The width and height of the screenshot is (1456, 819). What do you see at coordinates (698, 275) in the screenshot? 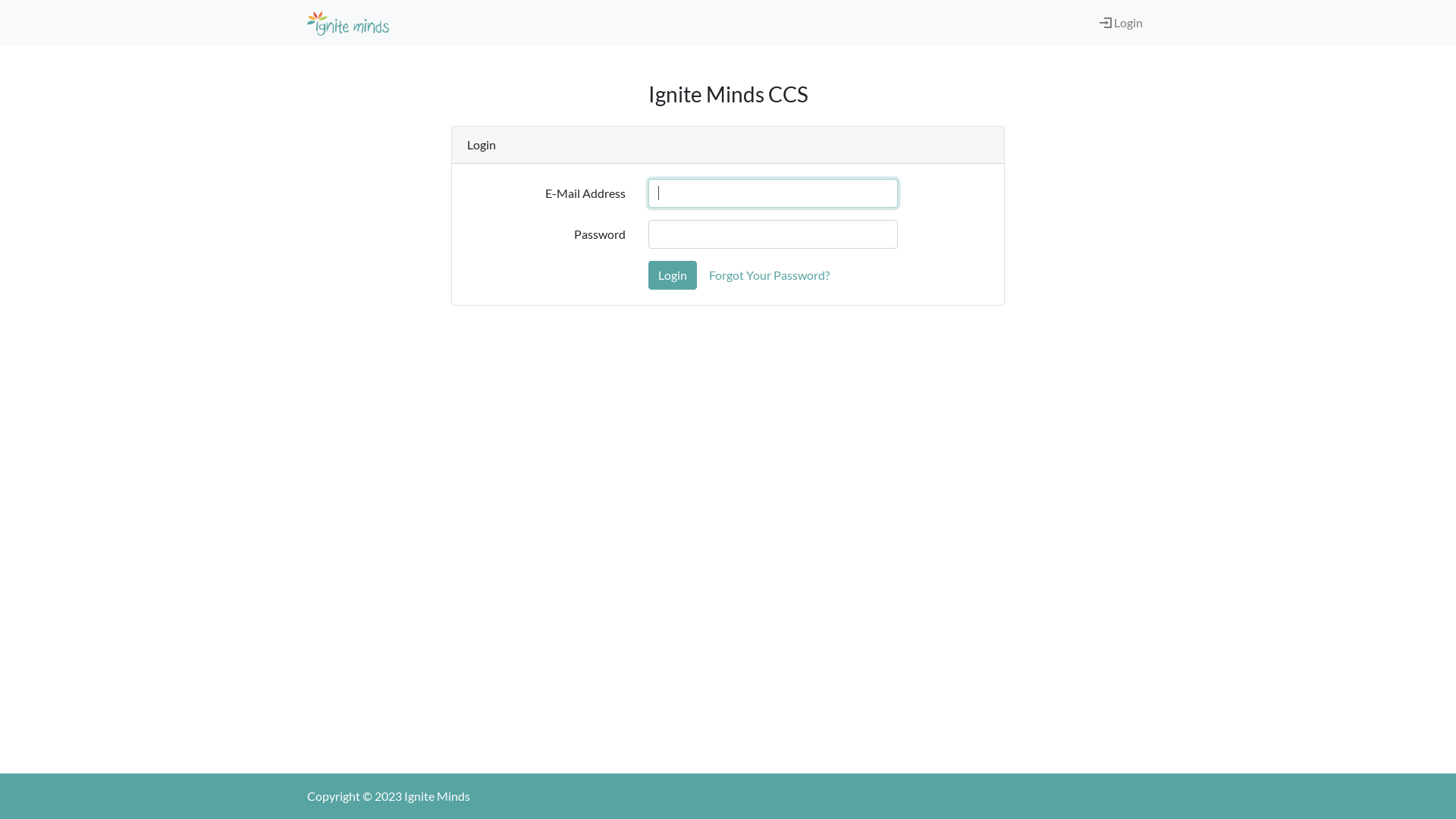
I see `'Forgot Your Password?'` at bounding box center [698, 275].